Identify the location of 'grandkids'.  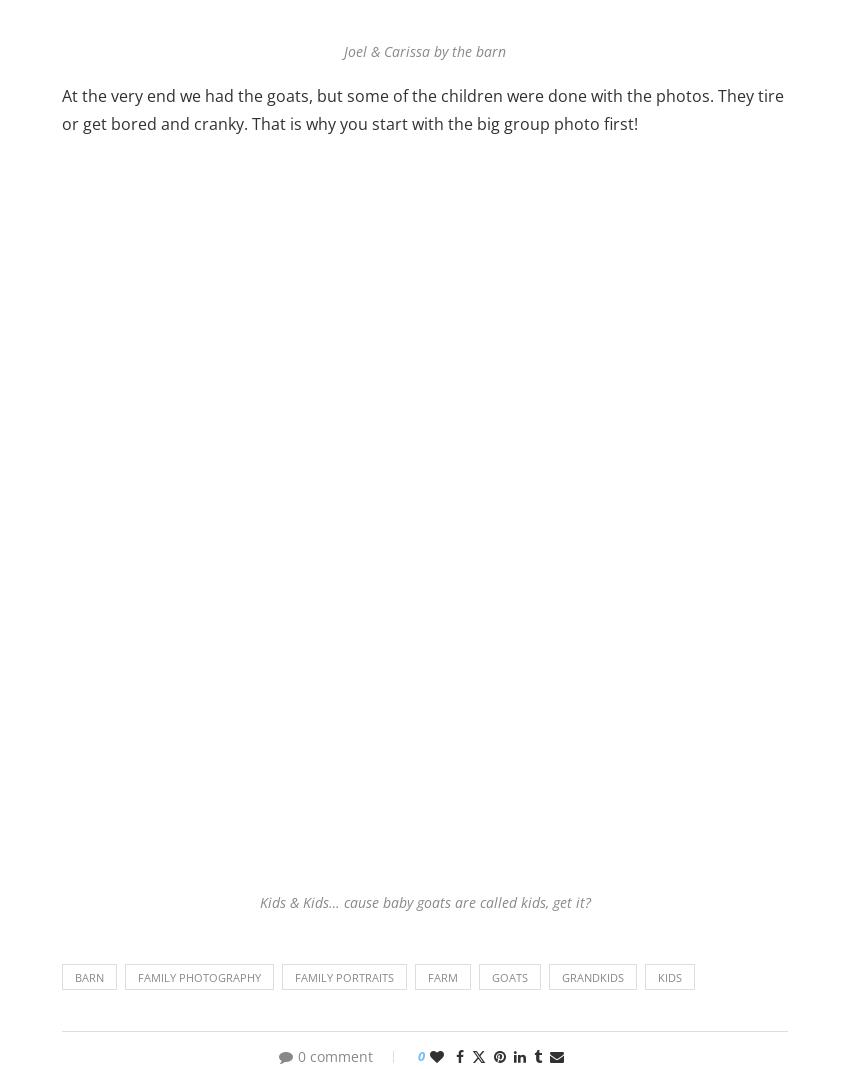
(592, 976).